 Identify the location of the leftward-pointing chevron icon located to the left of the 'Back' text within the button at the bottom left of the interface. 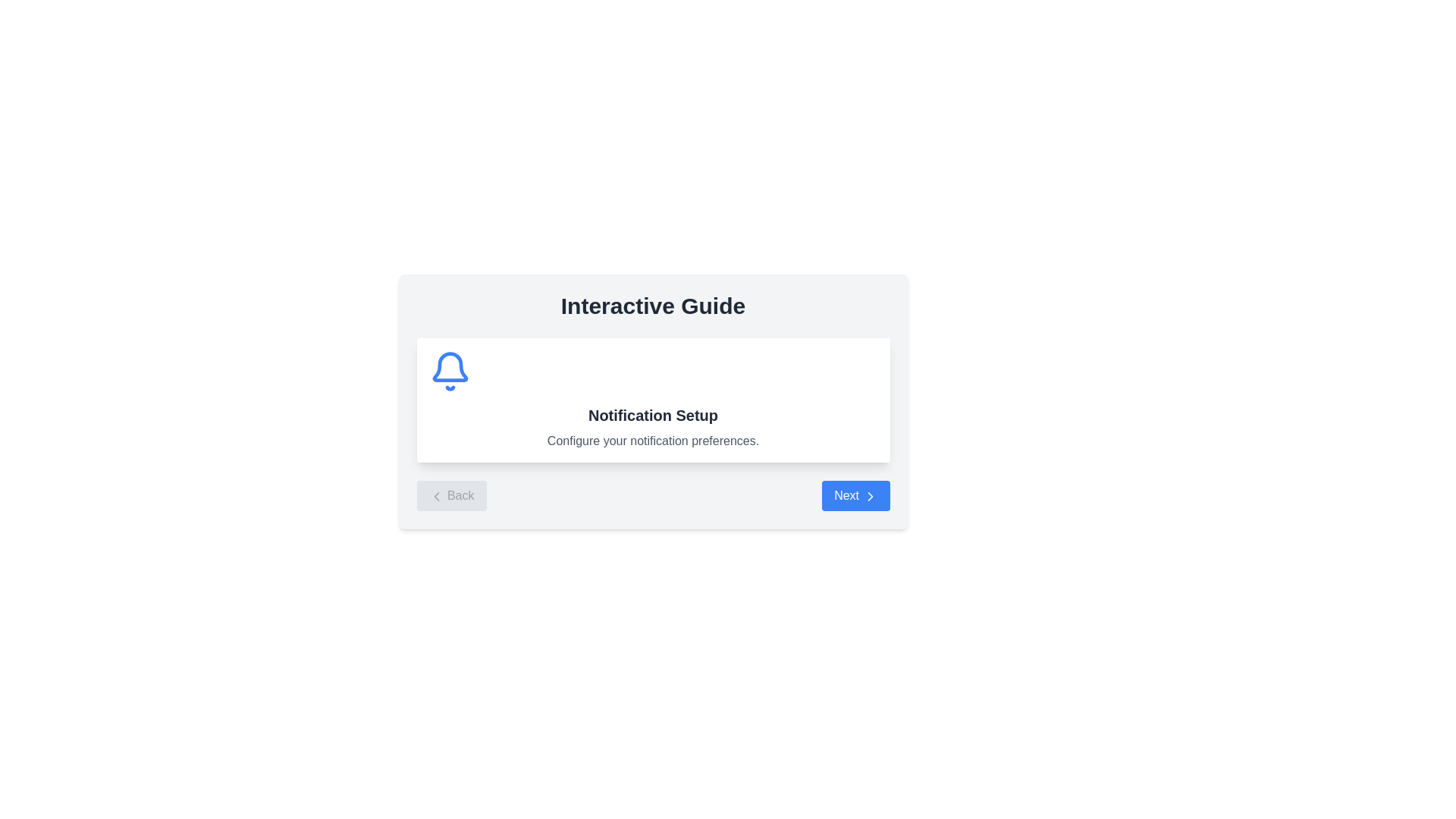
(435, 496).